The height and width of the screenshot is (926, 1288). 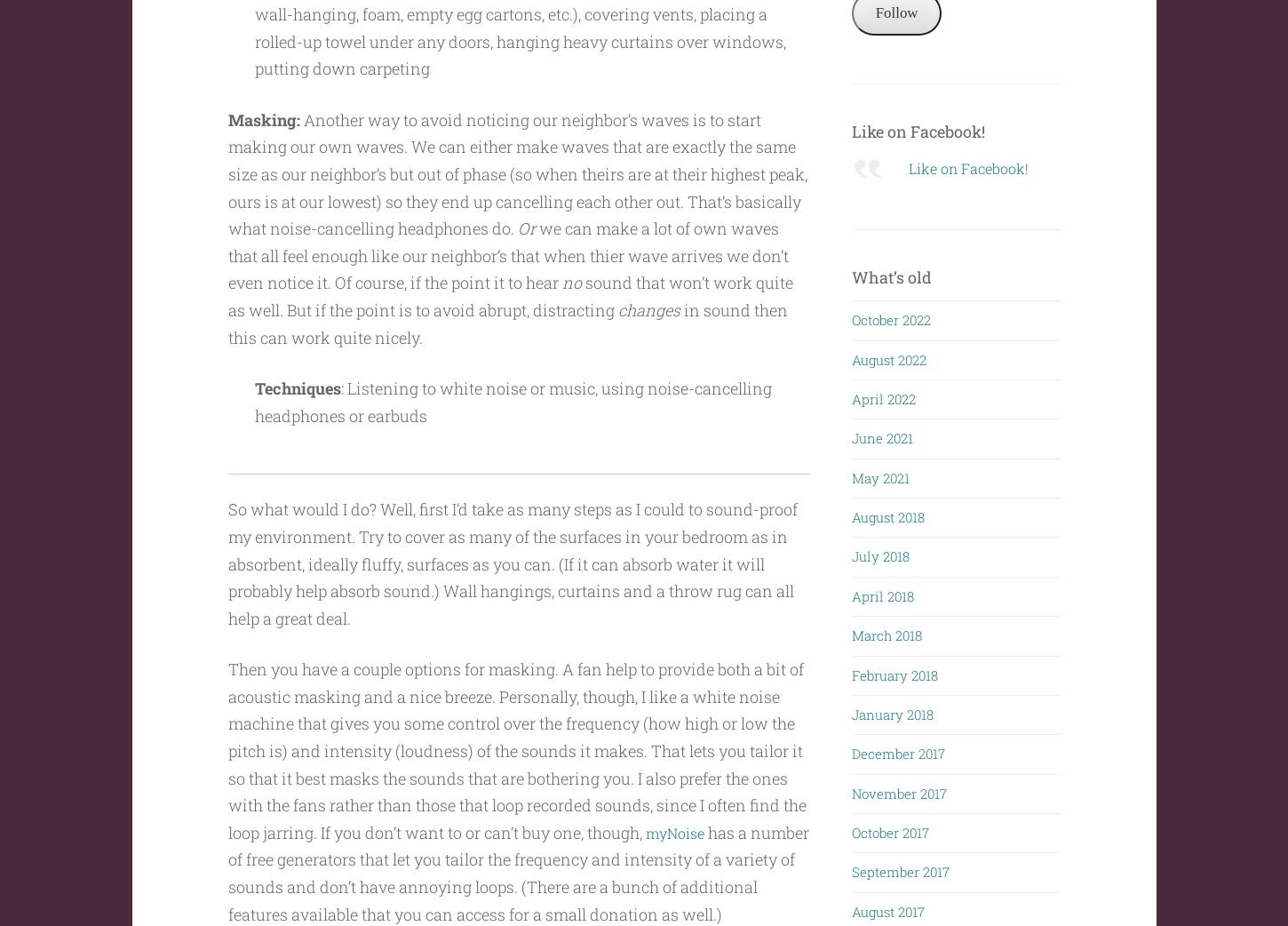 What do you see at coordinates (900, 867) in the screenshot?
I see `'September 2017'` at bounding box center [900, 867].